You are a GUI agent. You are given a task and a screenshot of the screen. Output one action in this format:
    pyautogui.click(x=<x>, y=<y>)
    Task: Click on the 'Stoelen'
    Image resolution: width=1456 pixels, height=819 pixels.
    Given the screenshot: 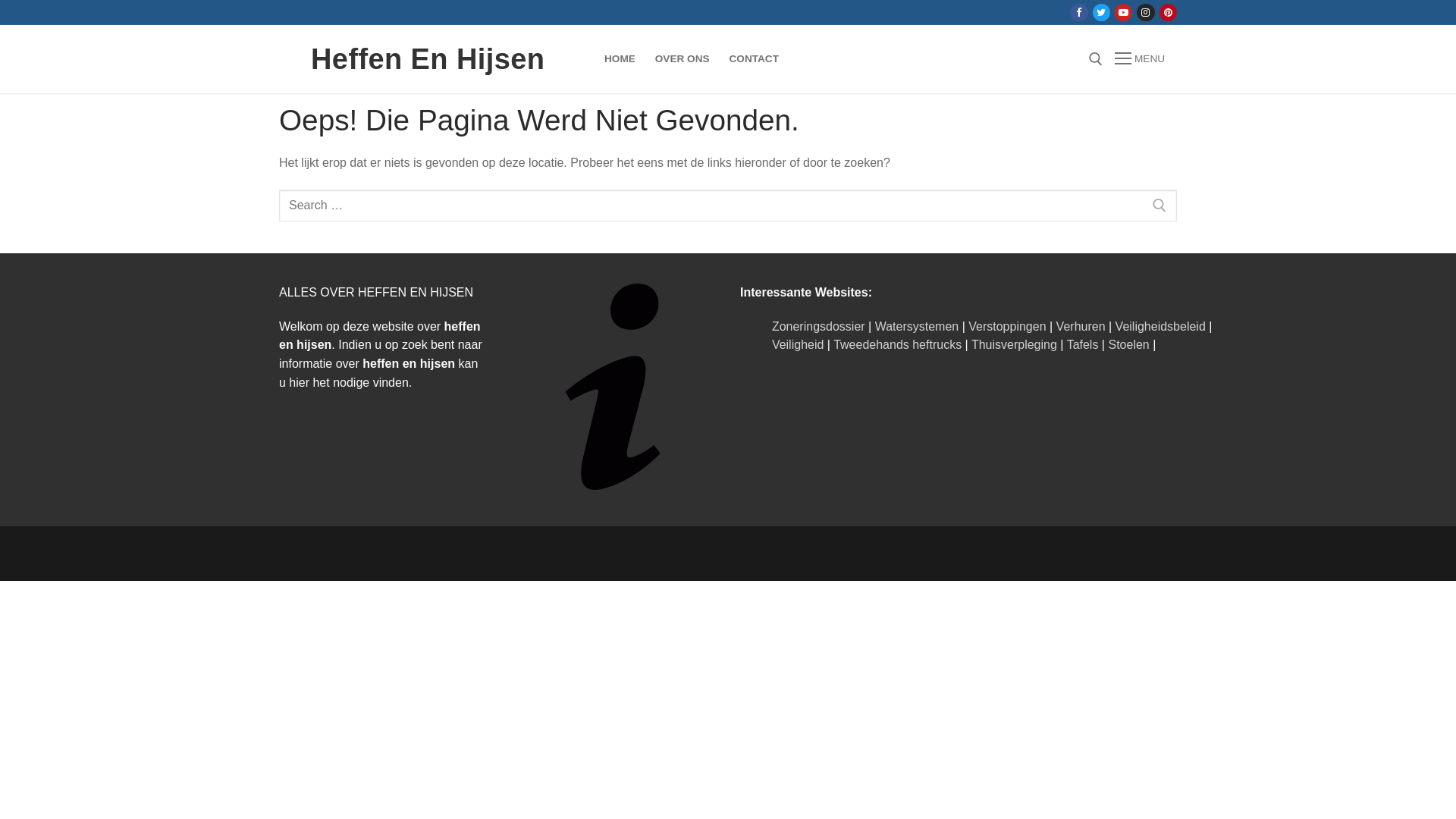 What is the action you would take?
    pyautogui.click(x=1128, y=344)
    